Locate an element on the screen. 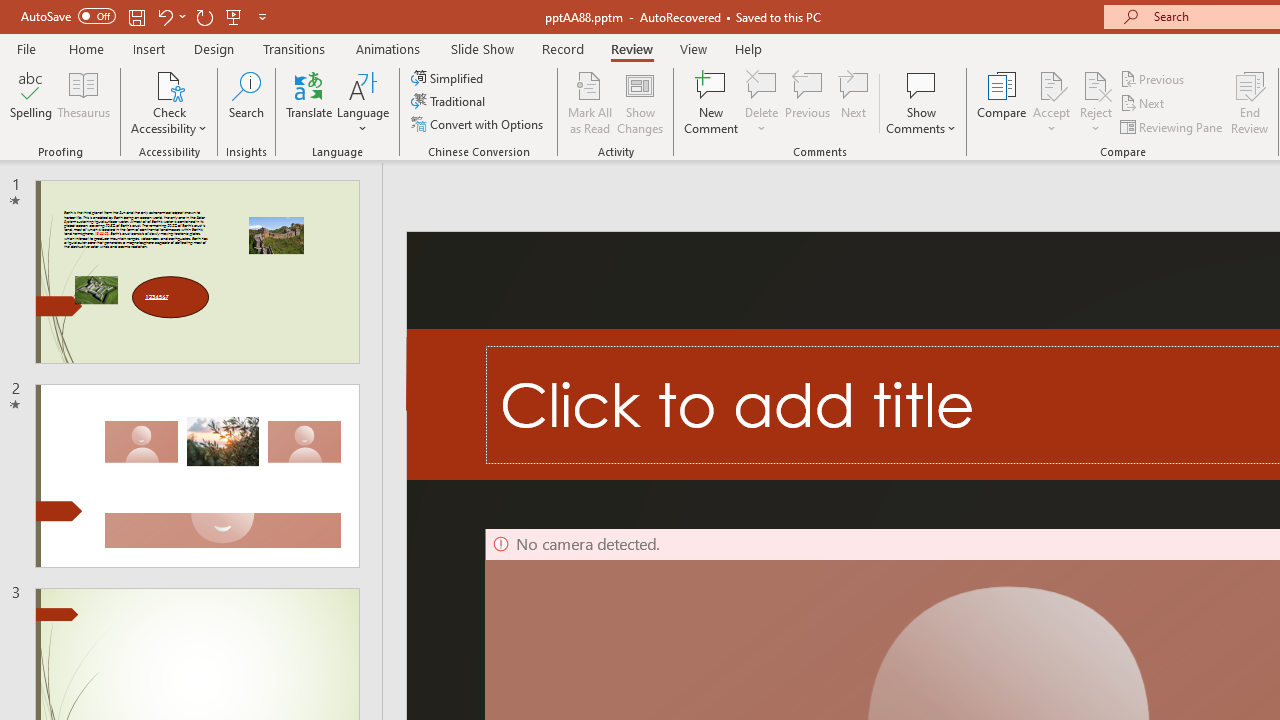 This screenshot has width=1280, height=720. 'Previous' is located at coordinates (1153, 78).